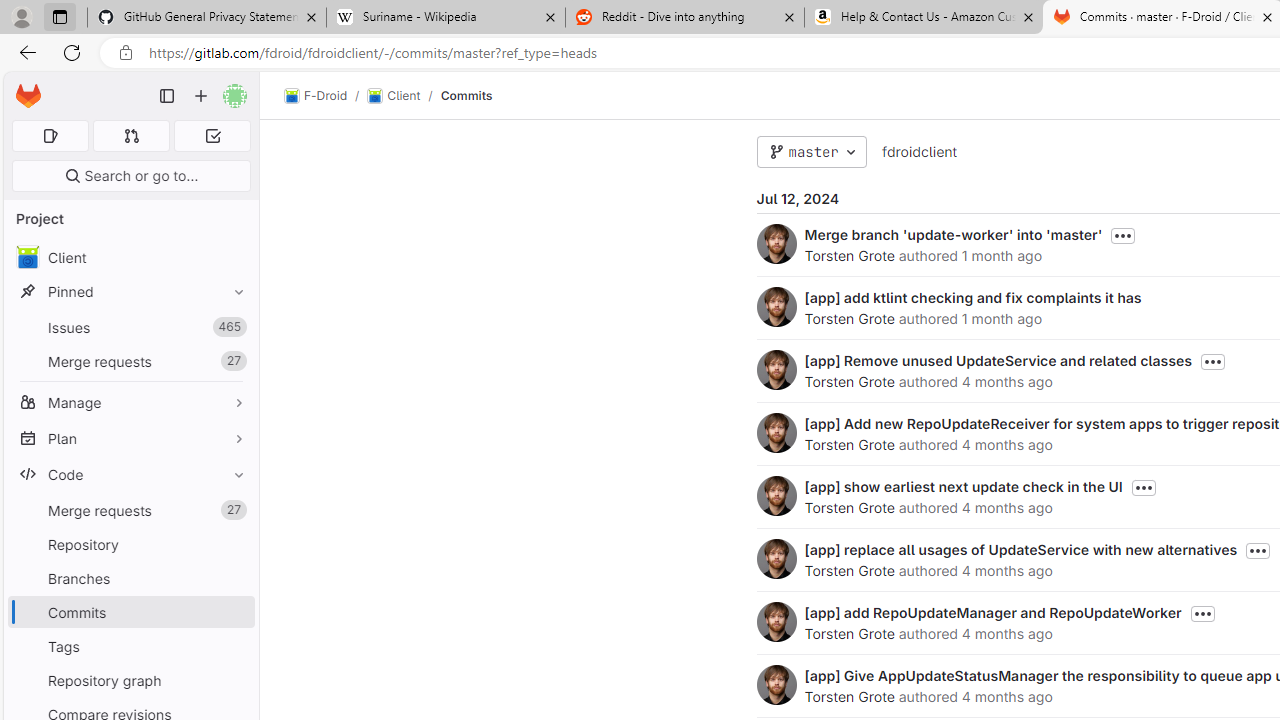 The height and width of the screenshot is (720, 1280). What do you see at coordinates (465, 95) in the screenshot?
I see `'Commits'` at bounding box center [465, 95].